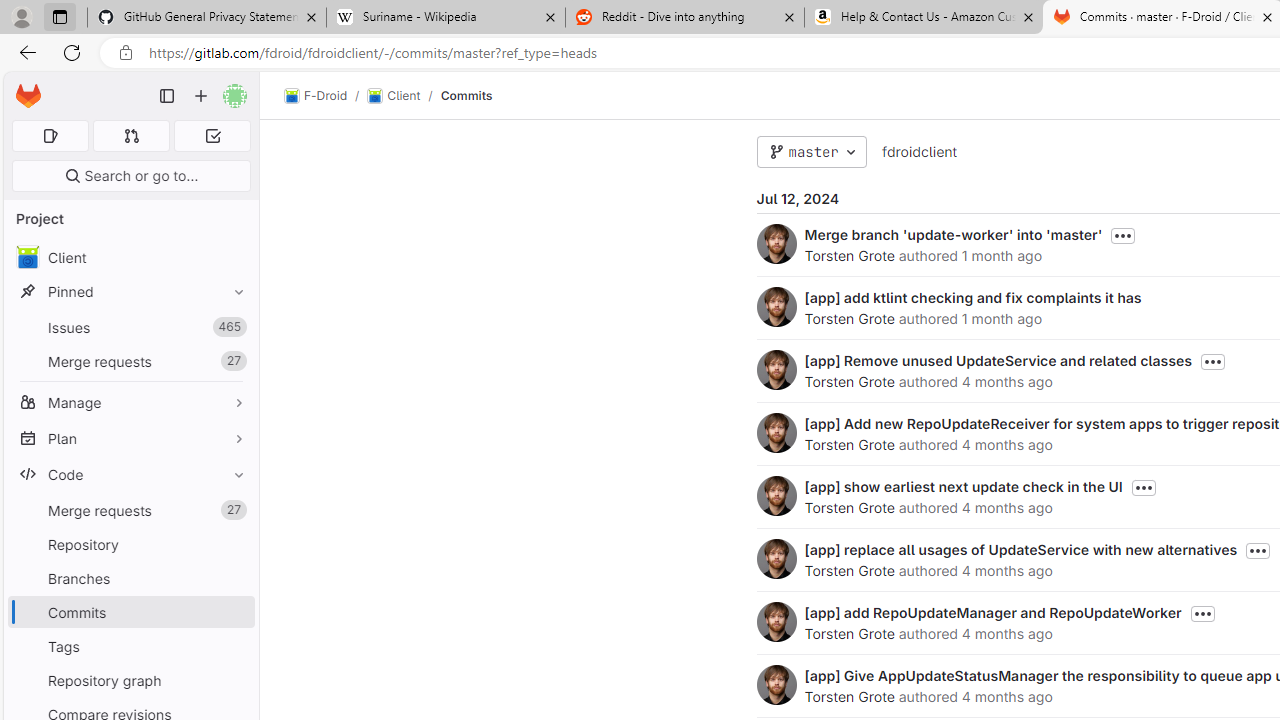 The height and width of the screenshot is (720, 1280). What do you see at coordinates (465, 95) in the screenshot?
I see `'Commits'` at bounding box center [465, 95].